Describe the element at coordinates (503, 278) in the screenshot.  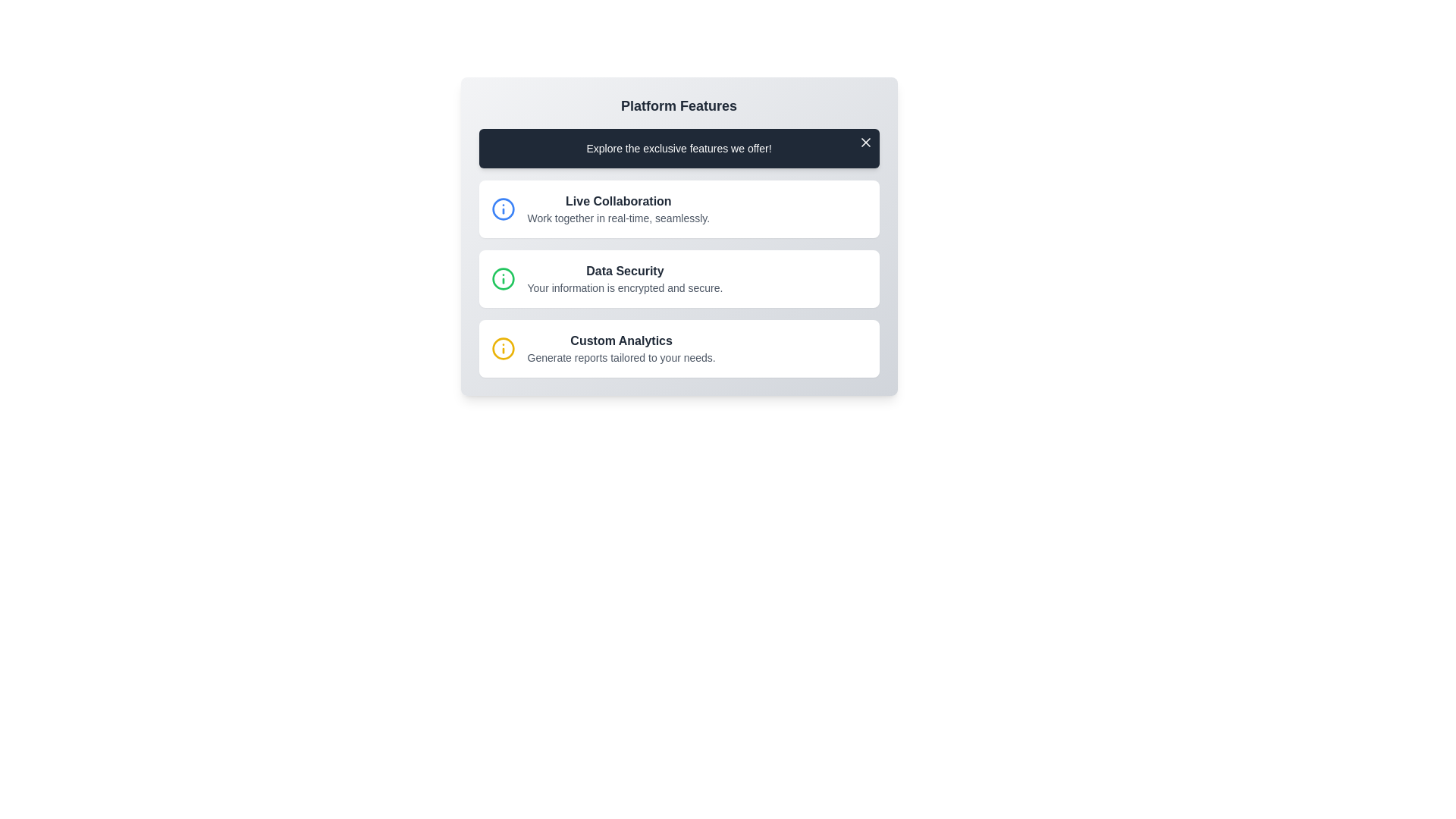
I see `the circular component with a green outline in the 'Data Security' informational icon, located below 'Live Collaboration' and above 'Custom Analytics'` at that location.